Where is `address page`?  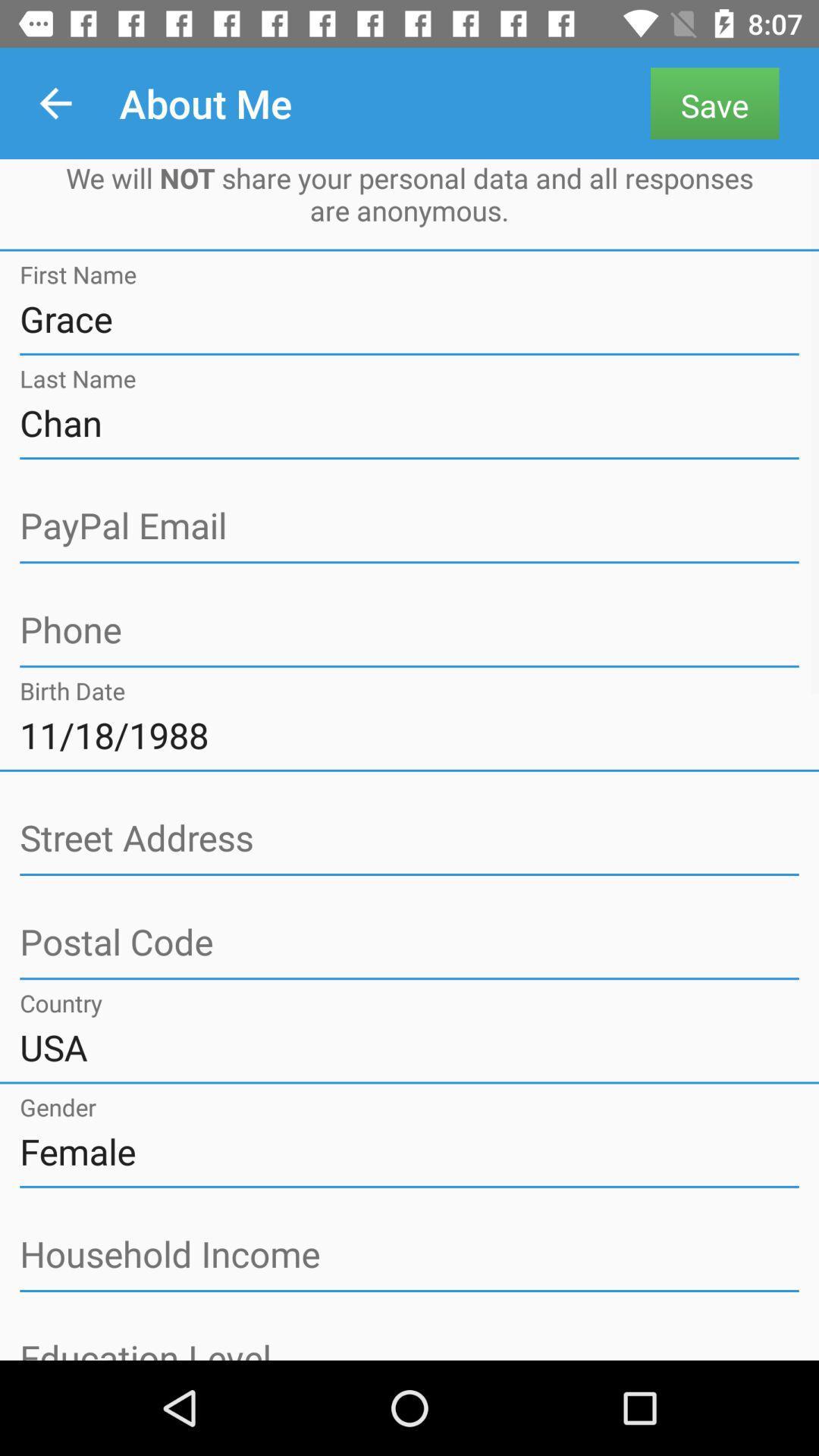
address page is located at coordinates (409, 631).